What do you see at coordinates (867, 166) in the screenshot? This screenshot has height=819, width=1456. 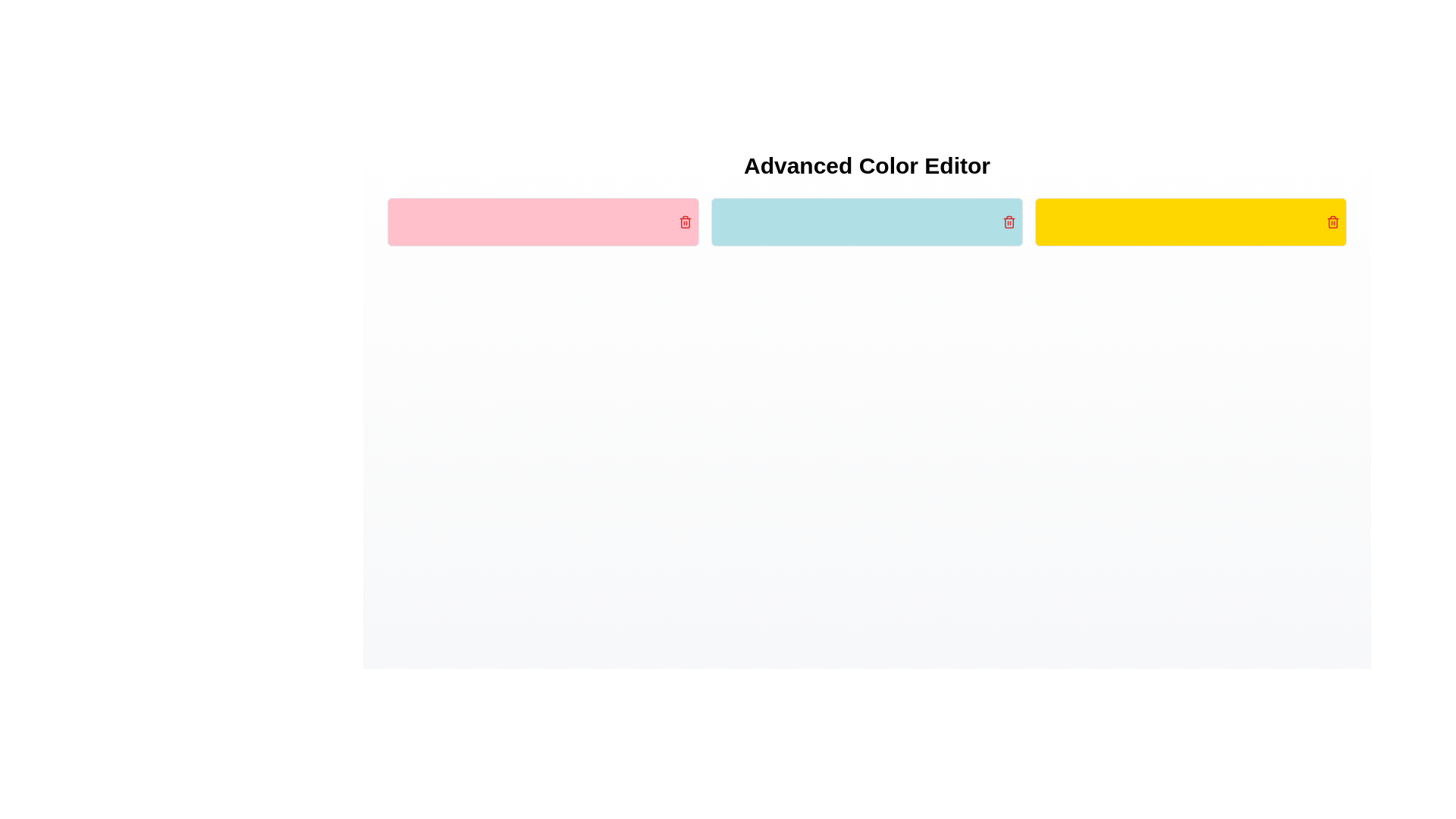 I see `the prominent text heading 'Advanced Color Editor' which is styled in bold and large font, located centrally at the top of the interface` at bounding box center [867, 166].